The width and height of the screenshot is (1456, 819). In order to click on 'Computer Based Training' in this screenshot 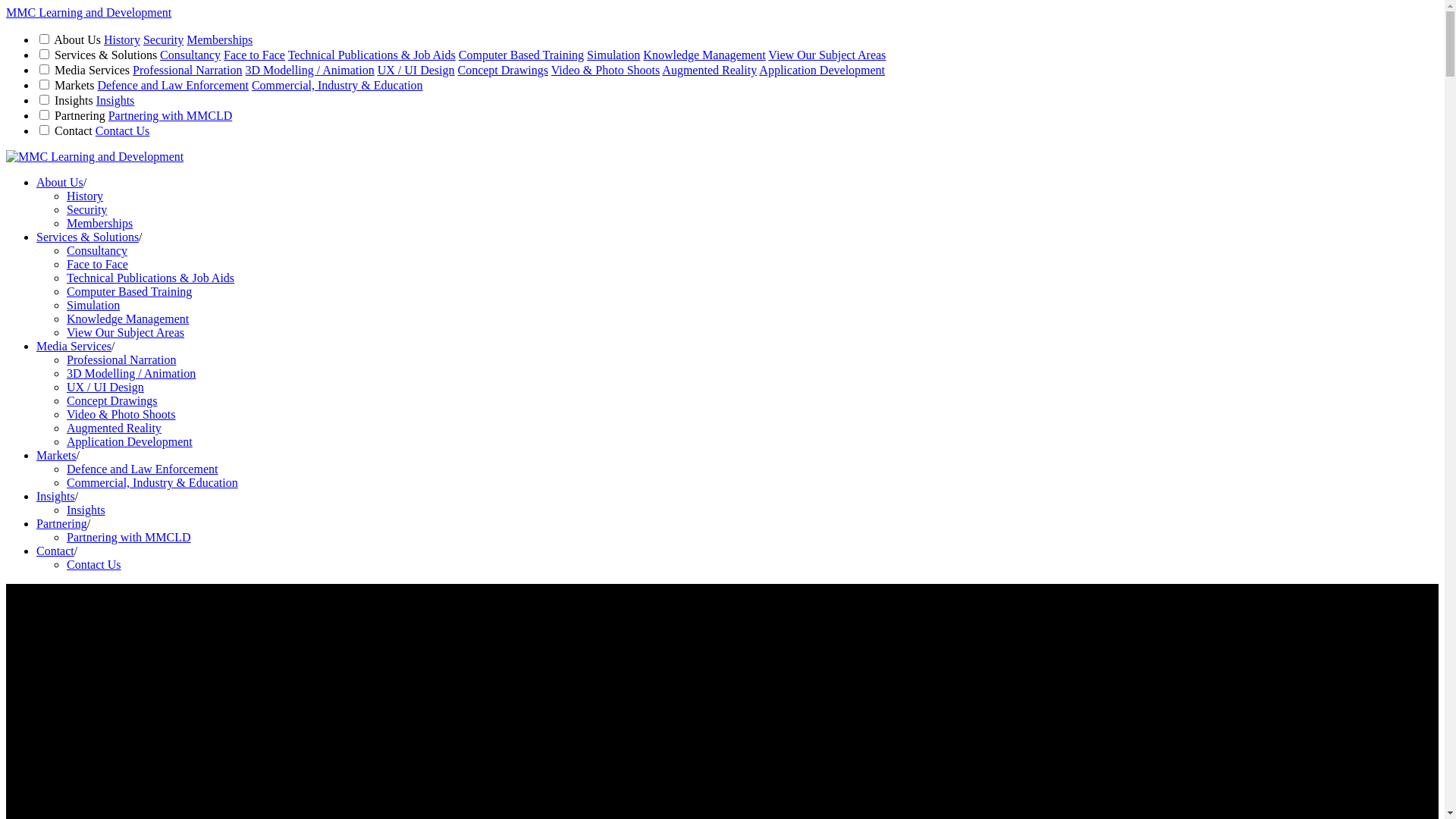, I will do `click(129, 291)`.